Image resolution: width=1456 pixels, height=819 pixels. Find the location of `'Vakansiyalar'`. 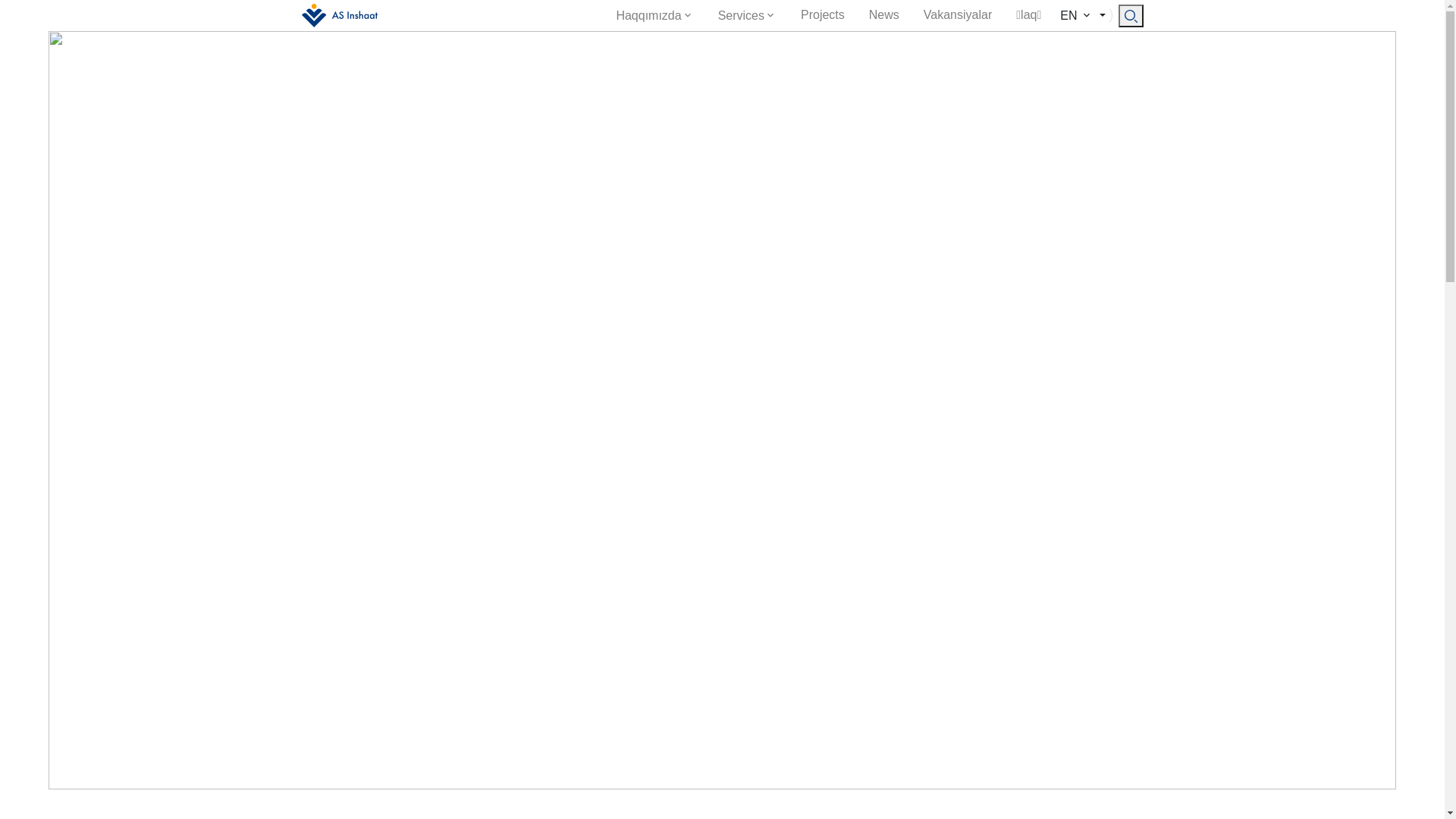

'Vakansiyalar' is located at coordinates (910, 14).